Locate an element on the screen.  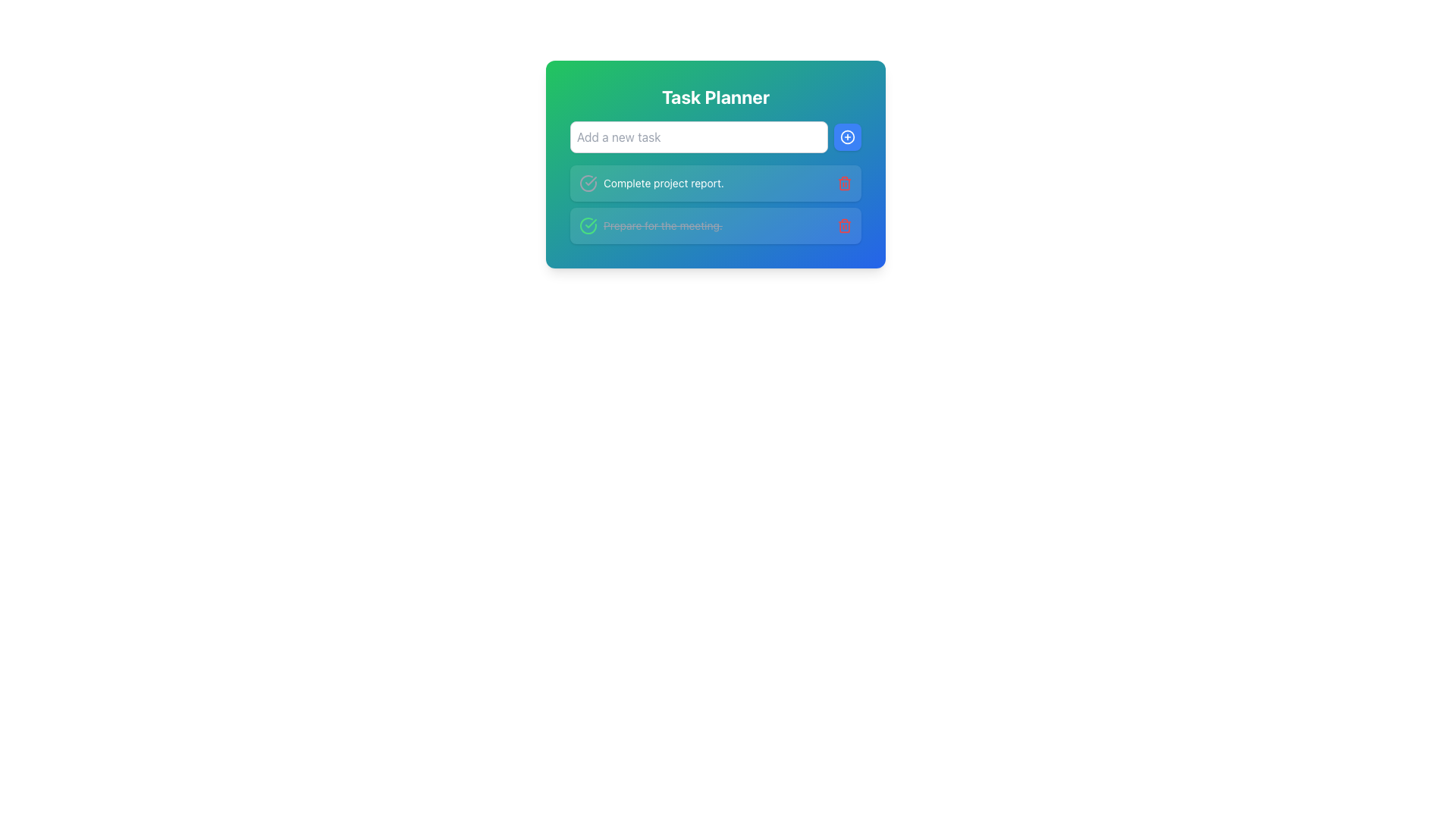
the add item icon located in the top-right corner of the blue rounded rectangle on the task planning panel is located at coordinates (847, 137).